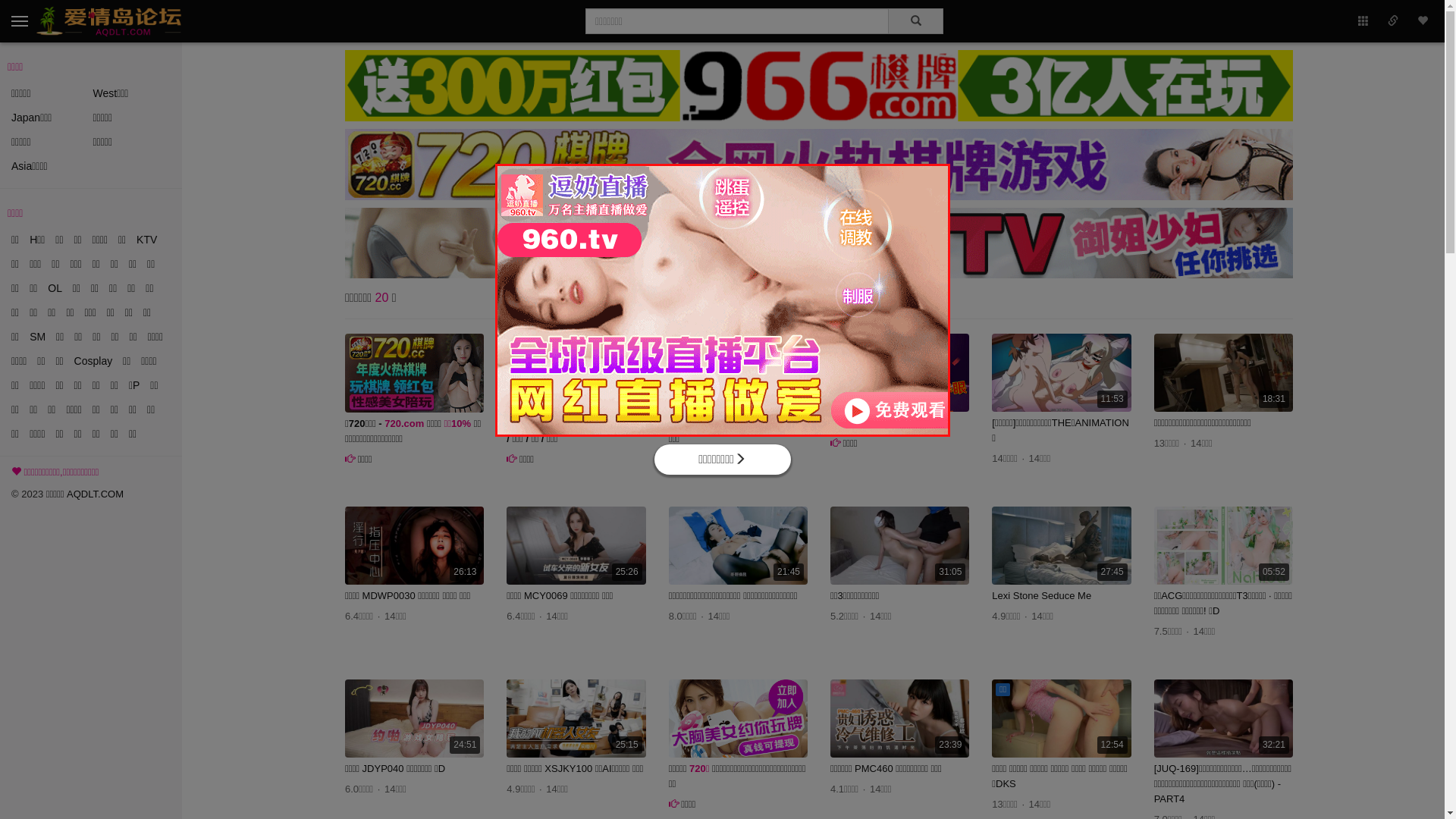 This screenshot has width=1456, height=819. Describe the element at coordinates (992, 544) in the screenshot. I see `'27:45'` at that location.